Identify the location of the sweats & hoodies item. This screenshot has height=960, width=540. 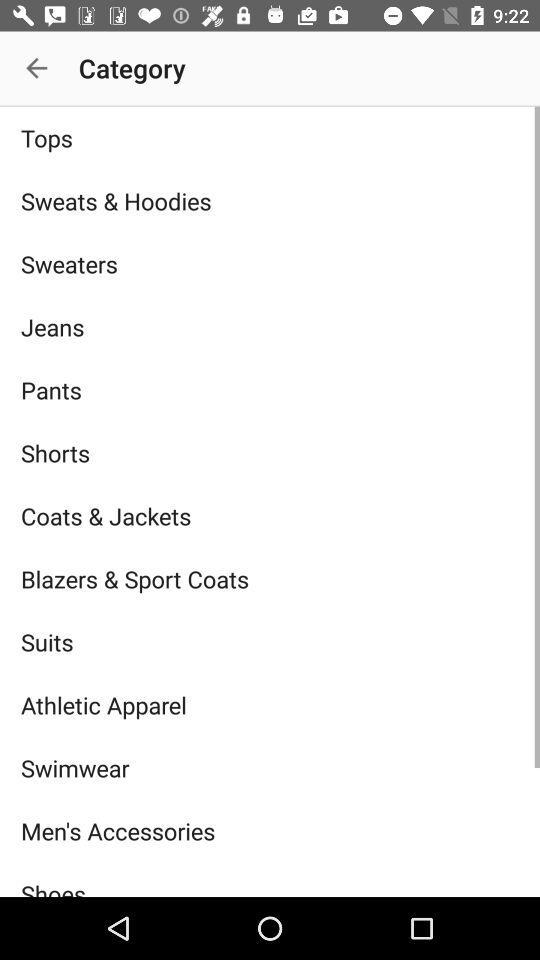
(270, 201).